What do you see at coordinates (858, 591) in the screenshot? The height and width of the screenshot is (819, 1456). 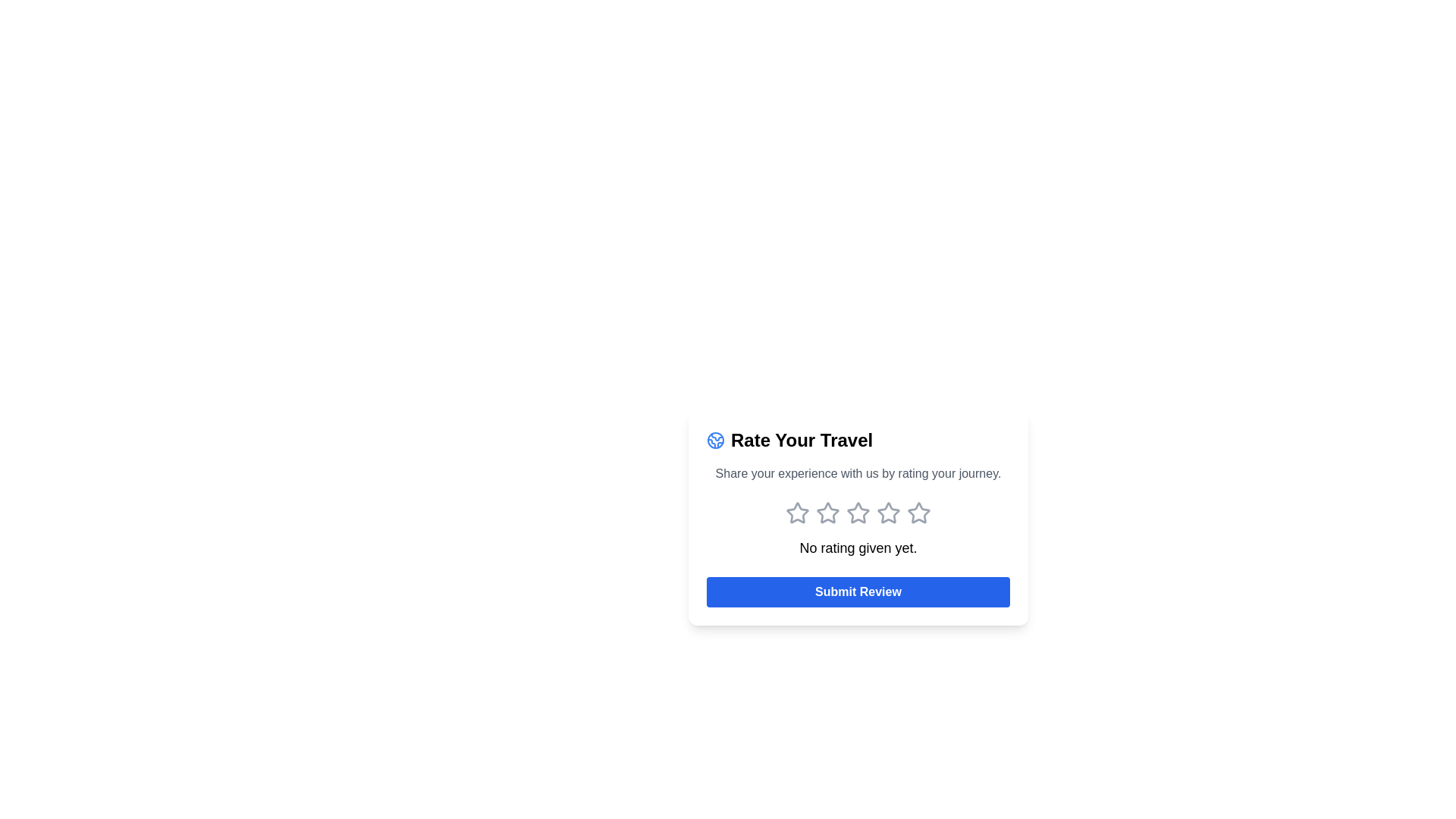 I see `the submit button located at the bottom of the centered card layout` at bounding box center [858, 591].